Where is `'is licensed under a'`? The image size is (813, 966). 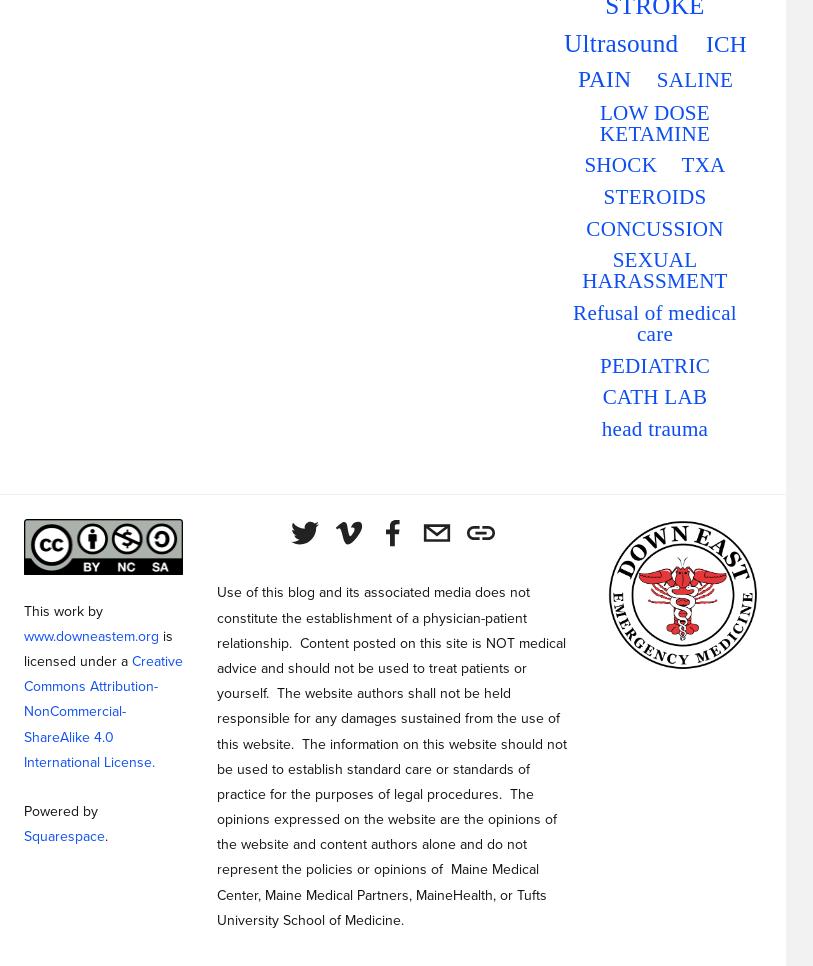 'is licensed under a' is located at coordinates (99, 647).